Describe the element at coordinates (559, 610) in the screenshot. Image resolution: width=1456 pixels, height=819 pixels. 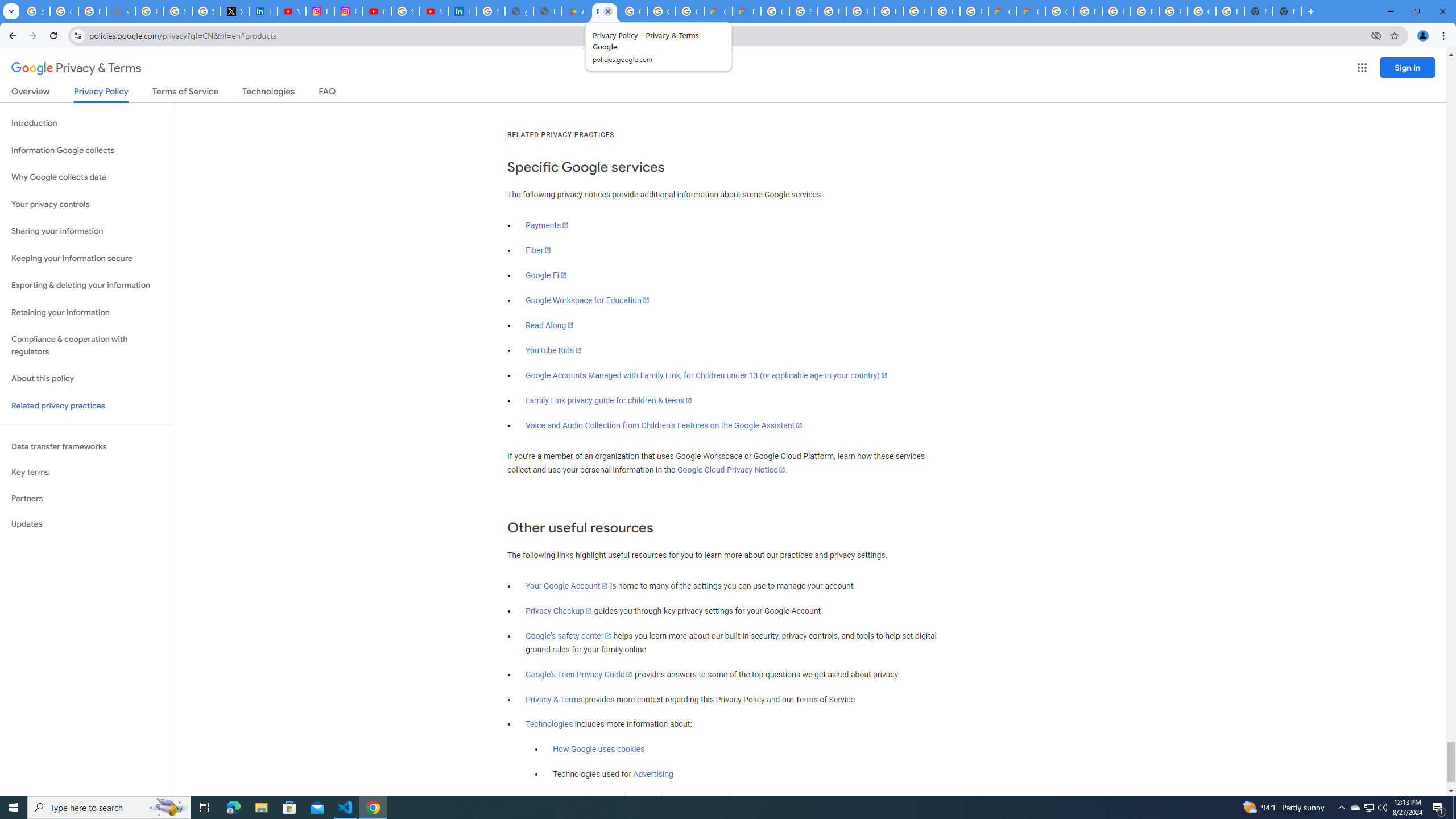
I see `'Privacy Checkup'` at that location.